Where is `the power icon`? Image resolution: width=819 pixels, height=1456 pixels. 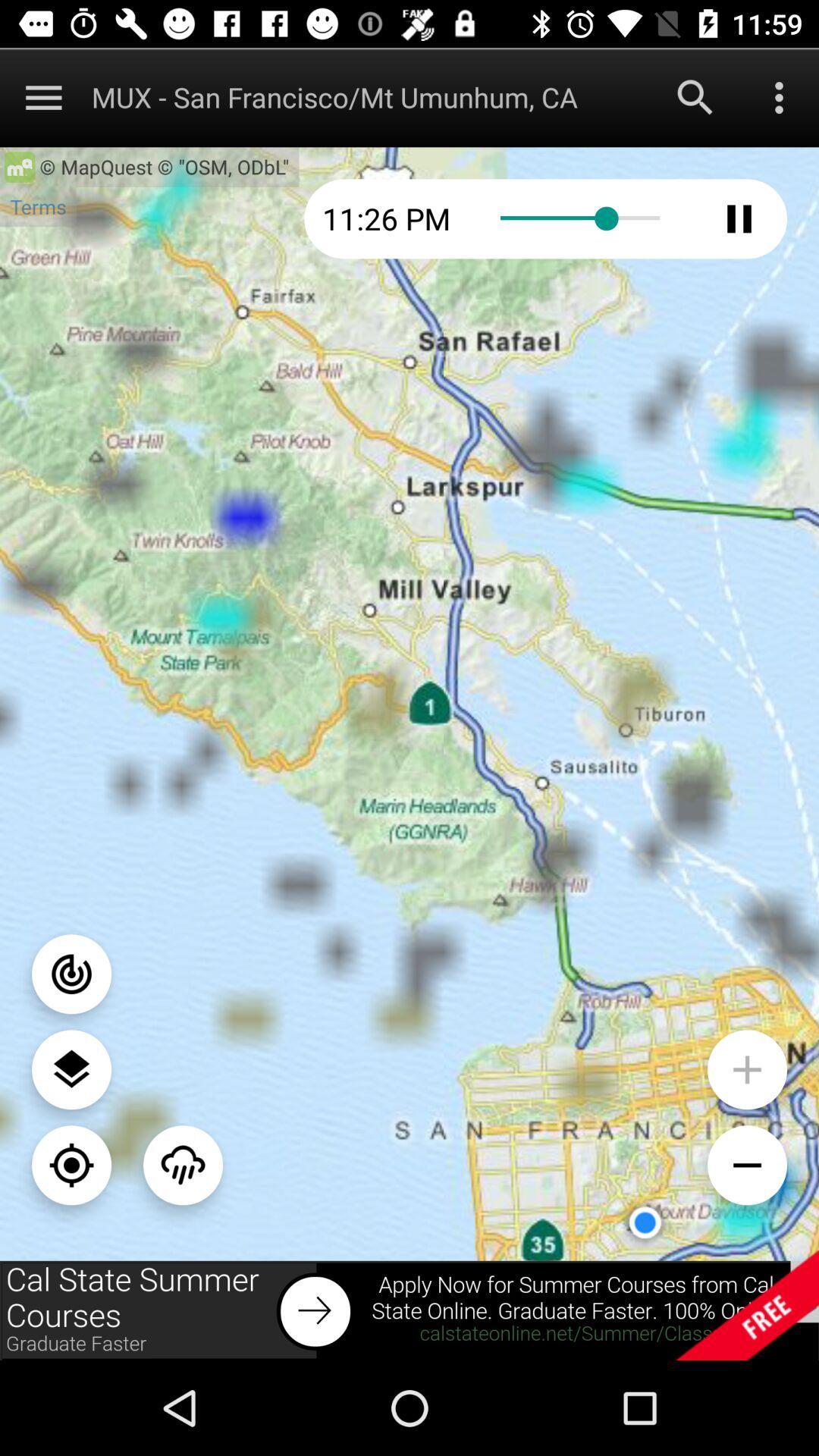 the power icon is located at coordinates (71, 974).